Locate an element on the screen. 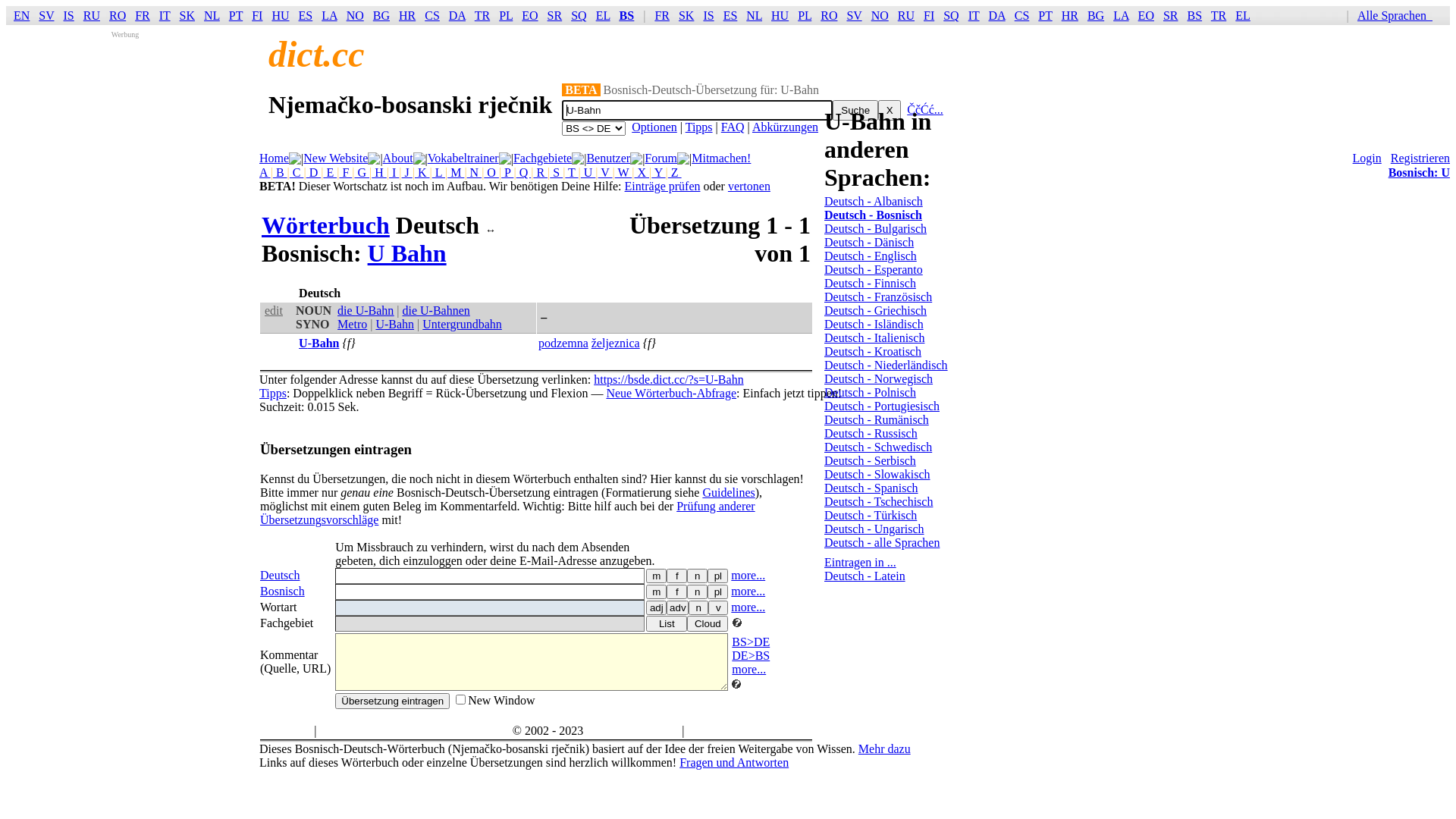  'EL' is located at coordinates (602, 15).